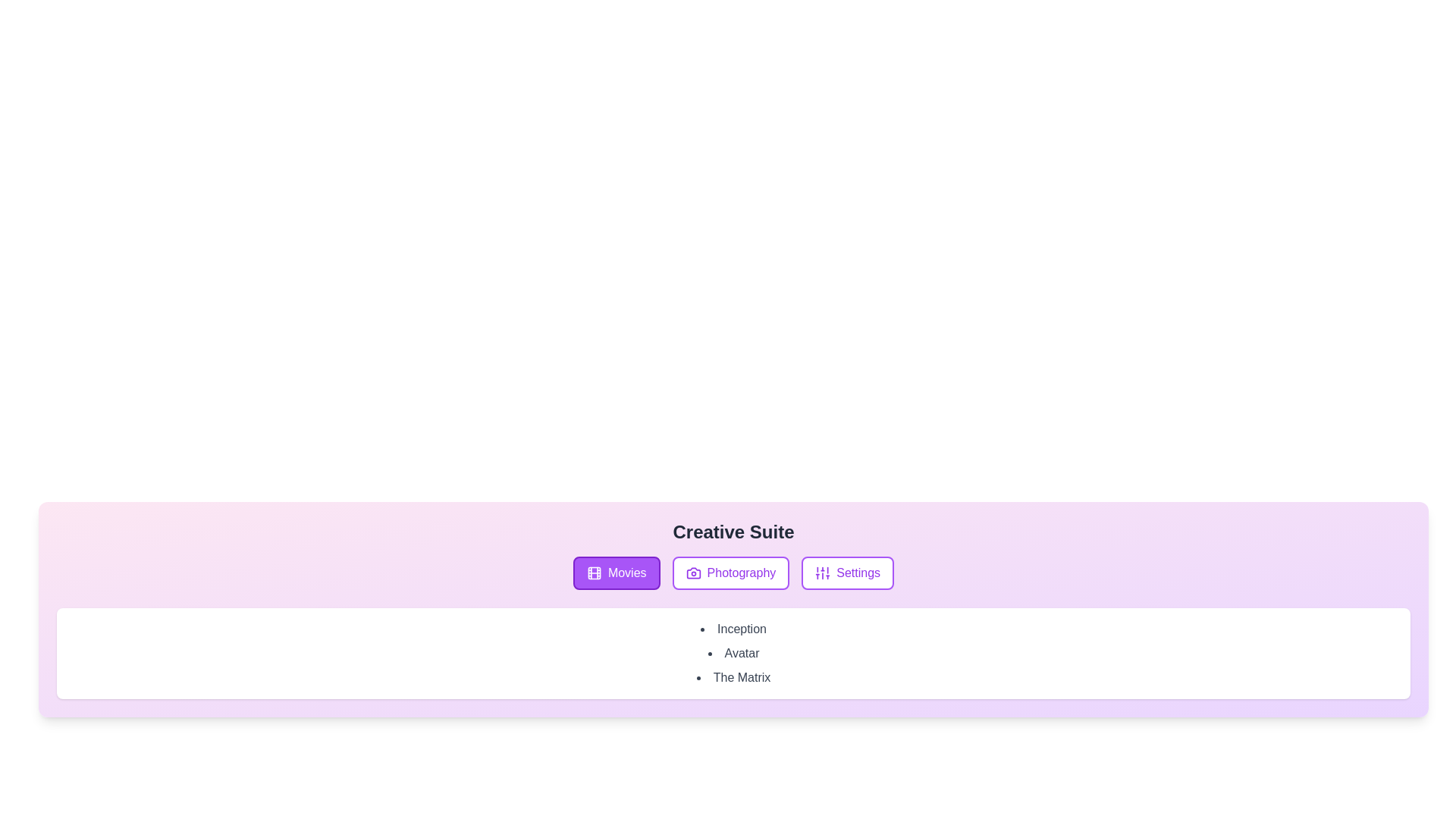 The height and width of the screenshot is (819, 1456). I want to click on the first button in the horizontal row that activates the movies section, so click(617, 573).